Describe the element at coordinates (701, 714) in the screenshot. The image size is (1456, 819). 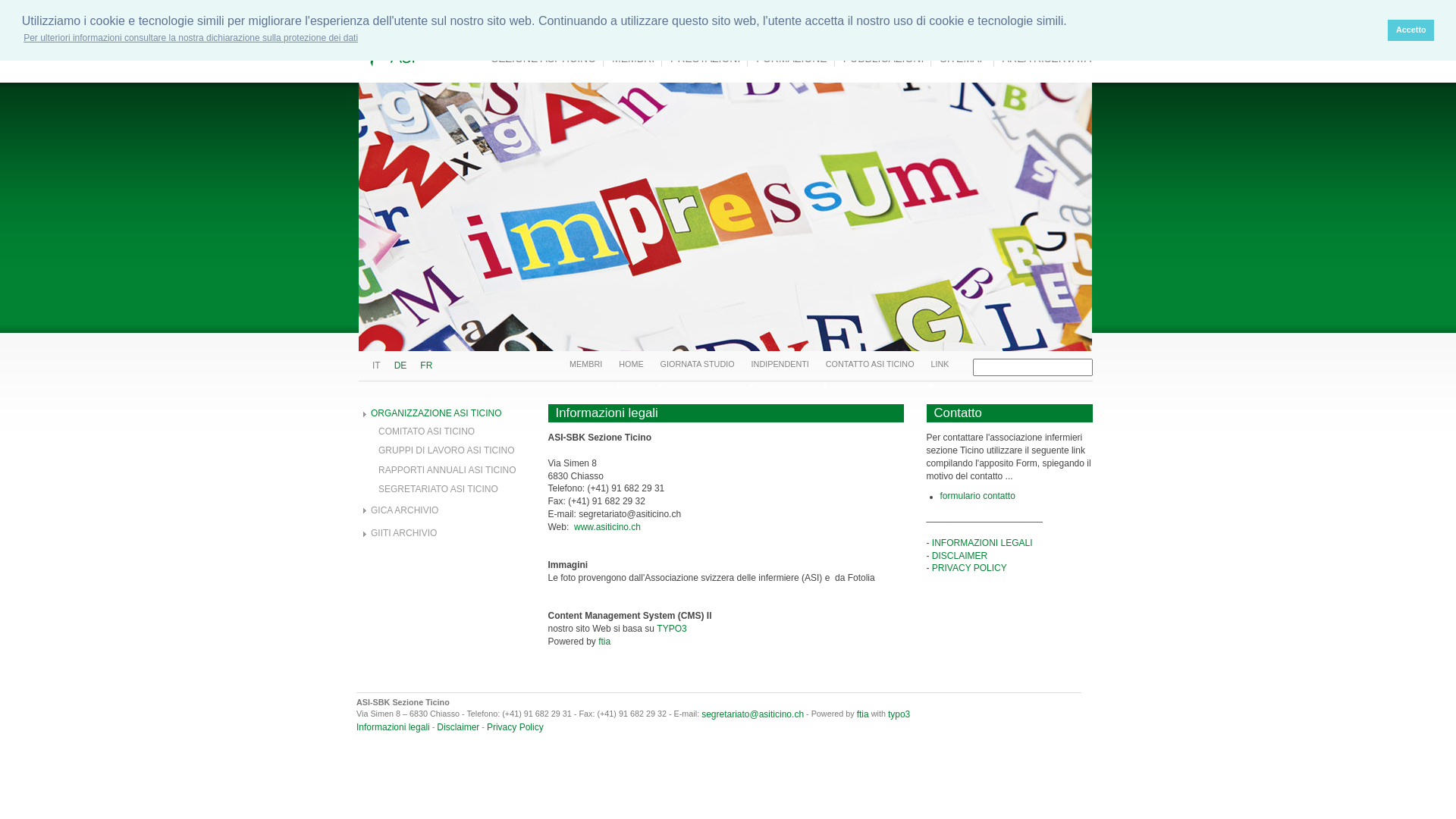
I see `'segretariato@asiticino.ch'` at that location.